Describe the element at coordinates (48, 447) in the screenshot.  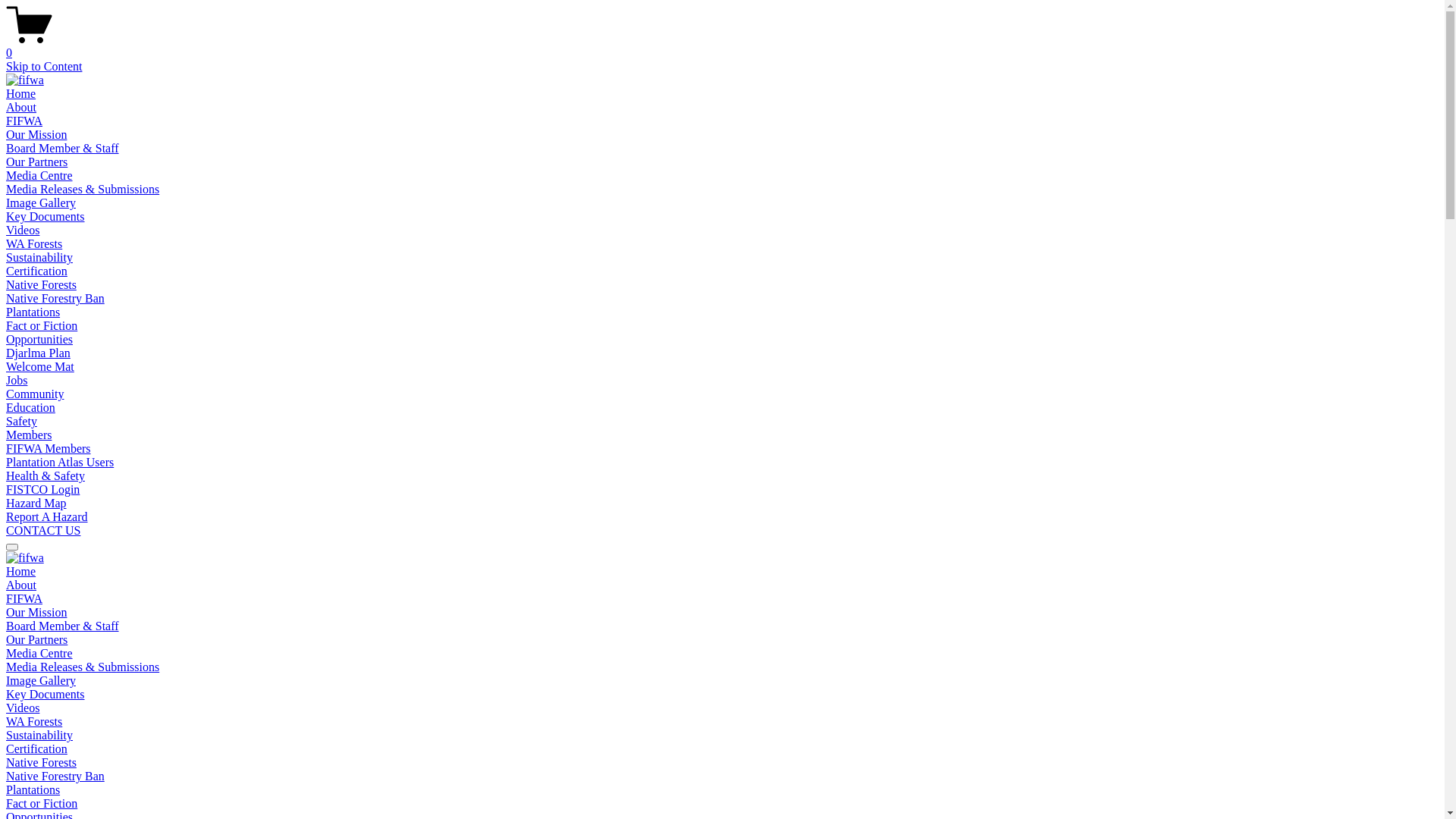
I see `'FIFWA Members'` at that location.